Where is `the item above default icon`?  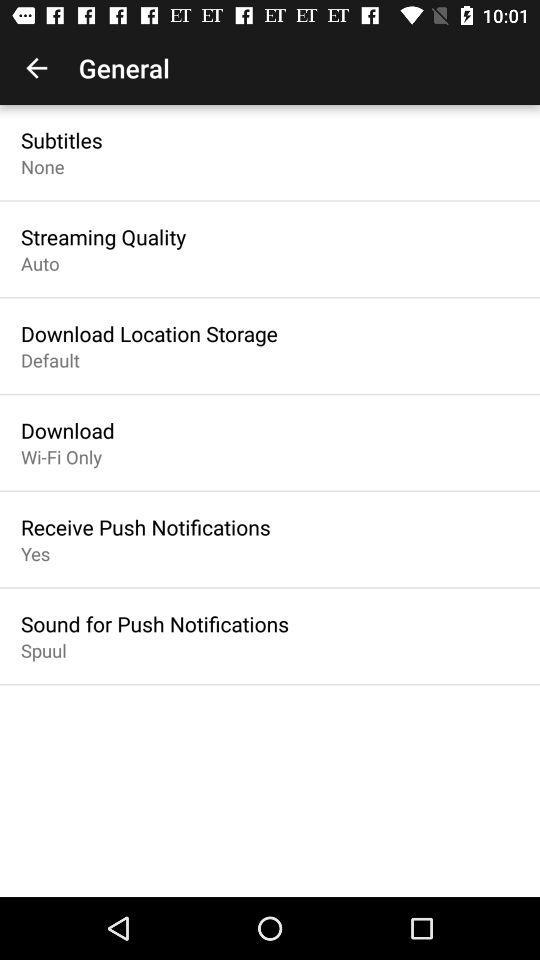 the item above default icon is located at coordinates (148, 333).